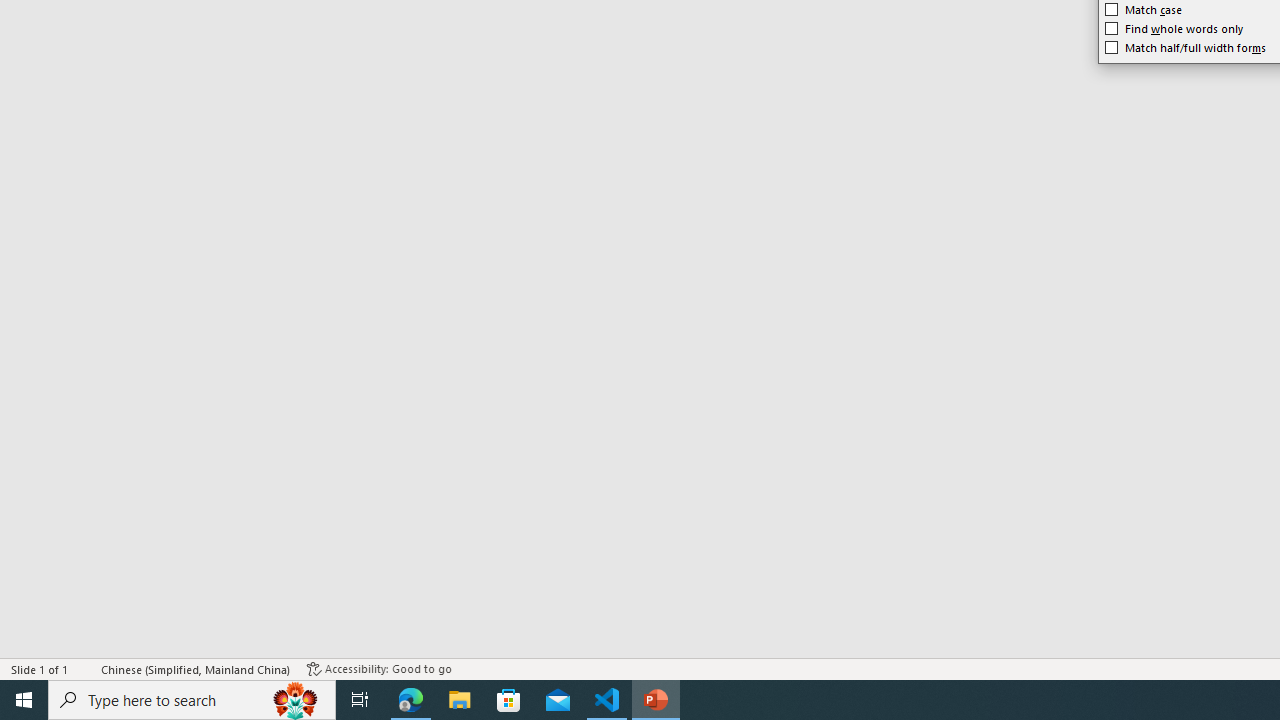 The image size is (1280, 720). Describe the element at coordinates (509, 698) in the screenshot. I see `'Microsoft Store'` at that location.